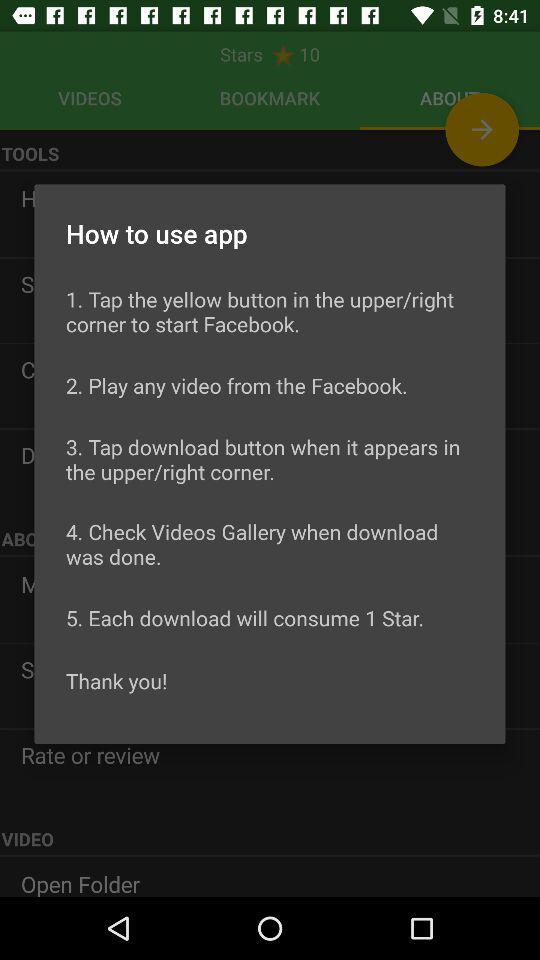  Describe the element at coordinates (270, 544) in the screenshot. I see `4 check videos` at that location.